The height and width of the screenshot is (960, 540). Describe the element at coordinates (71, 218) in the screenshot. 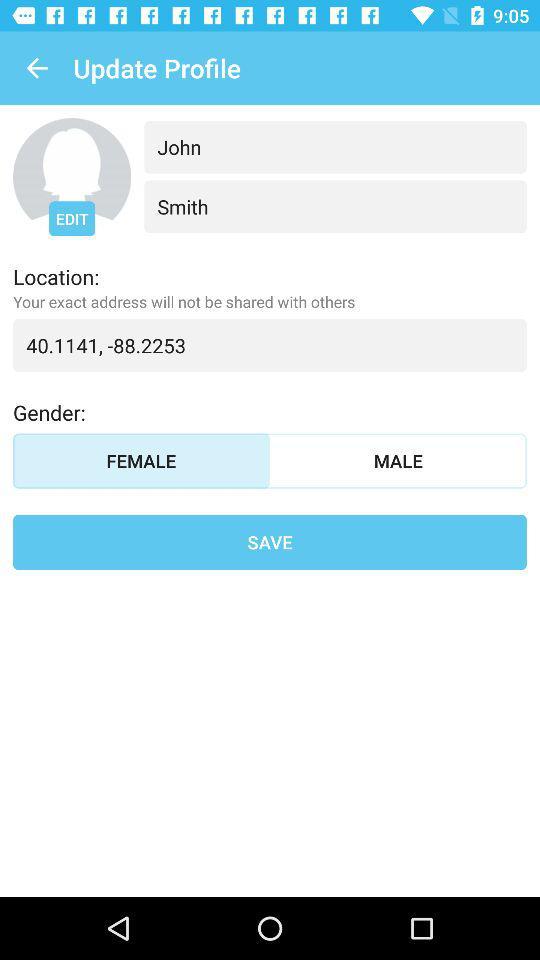

I see `the edit item` at that location.